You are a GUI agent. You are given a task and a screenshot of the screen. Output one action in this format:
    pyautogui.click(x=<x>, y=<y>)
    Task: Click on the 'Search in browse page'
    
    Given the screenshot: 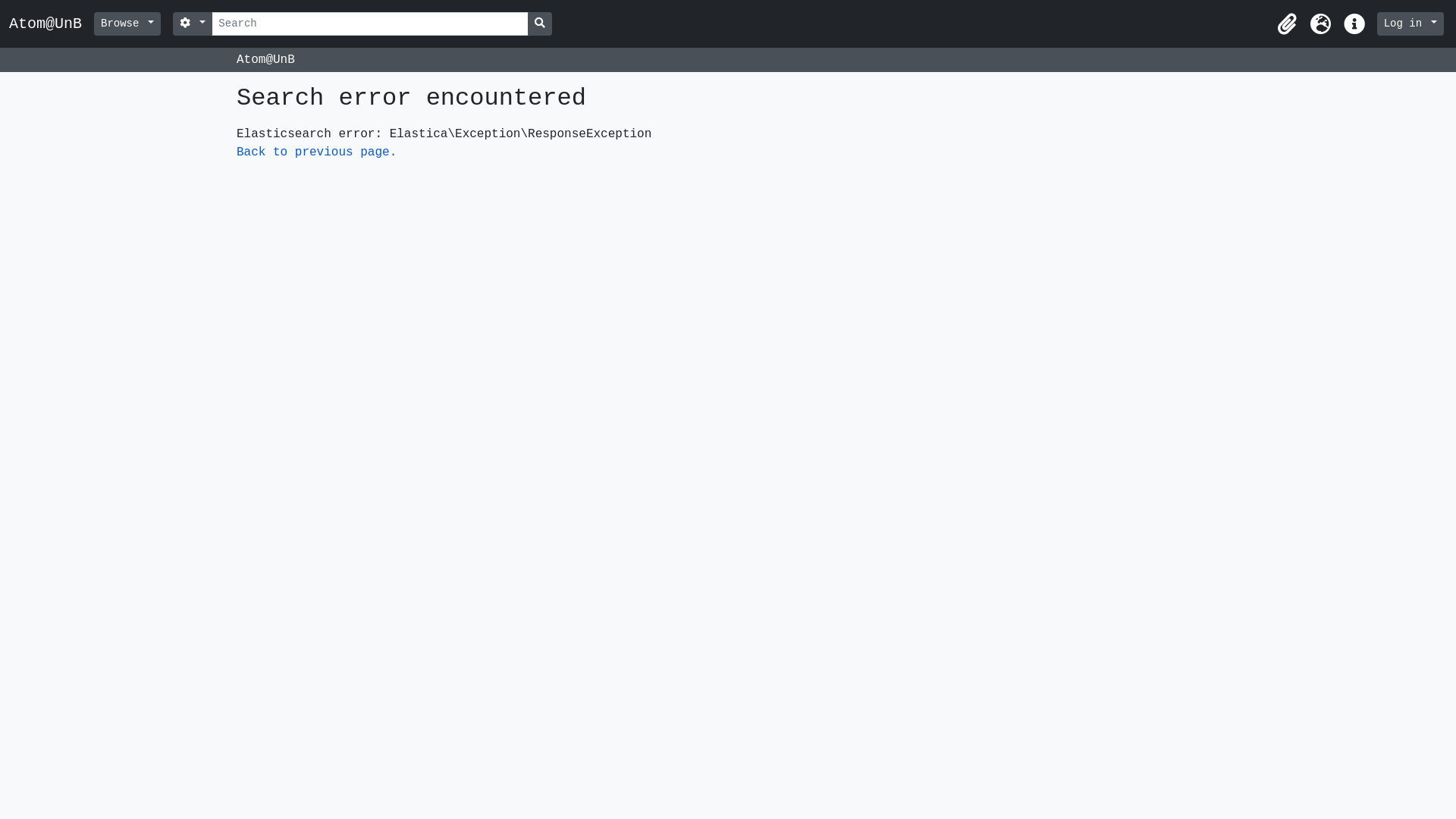 What is the action you would take?
    pyautogui.click(x=539, y=24)
    